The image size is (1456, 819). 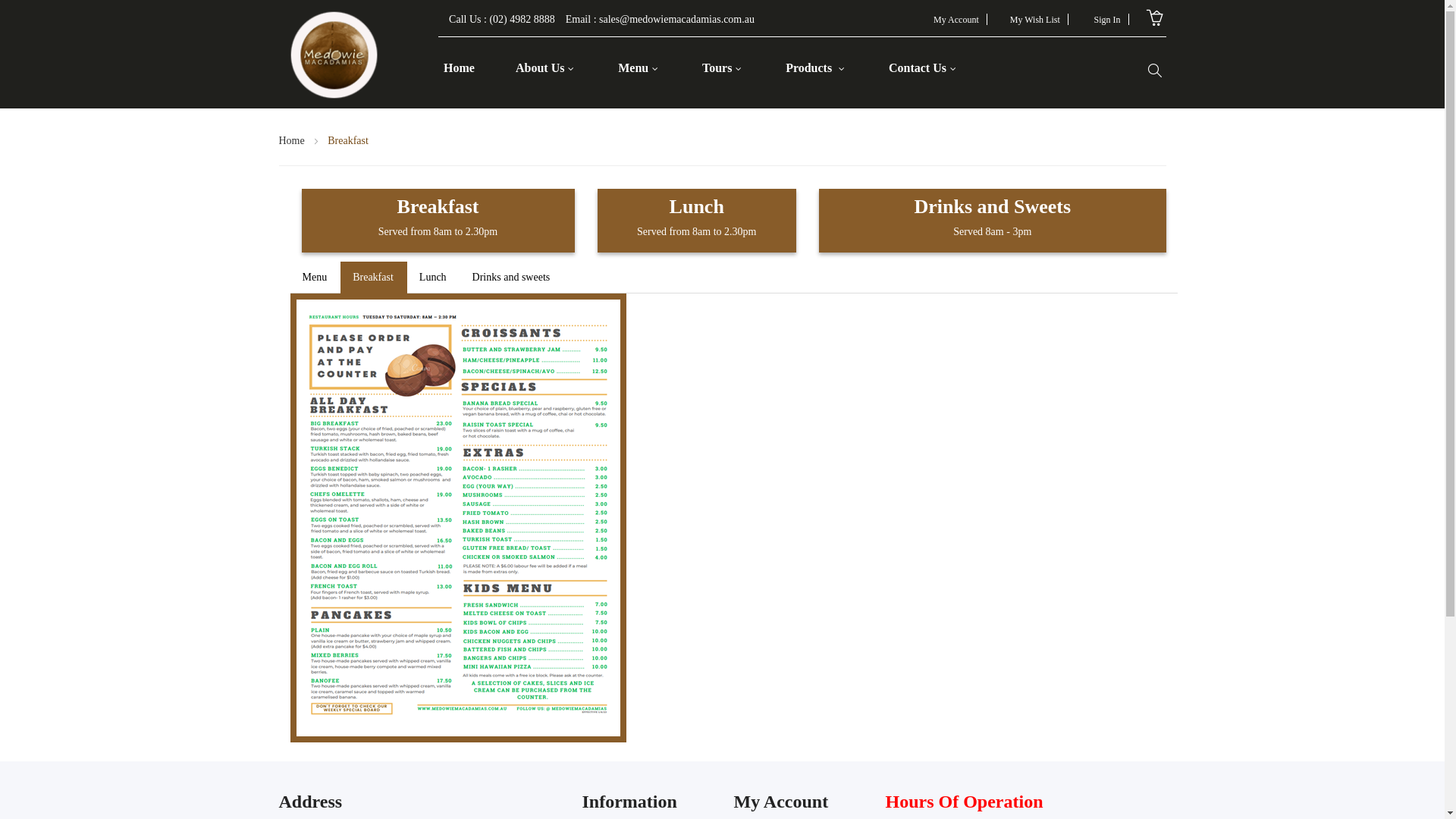 I want to click on 'Medowie Macadamias', so click(x=334, y=52).